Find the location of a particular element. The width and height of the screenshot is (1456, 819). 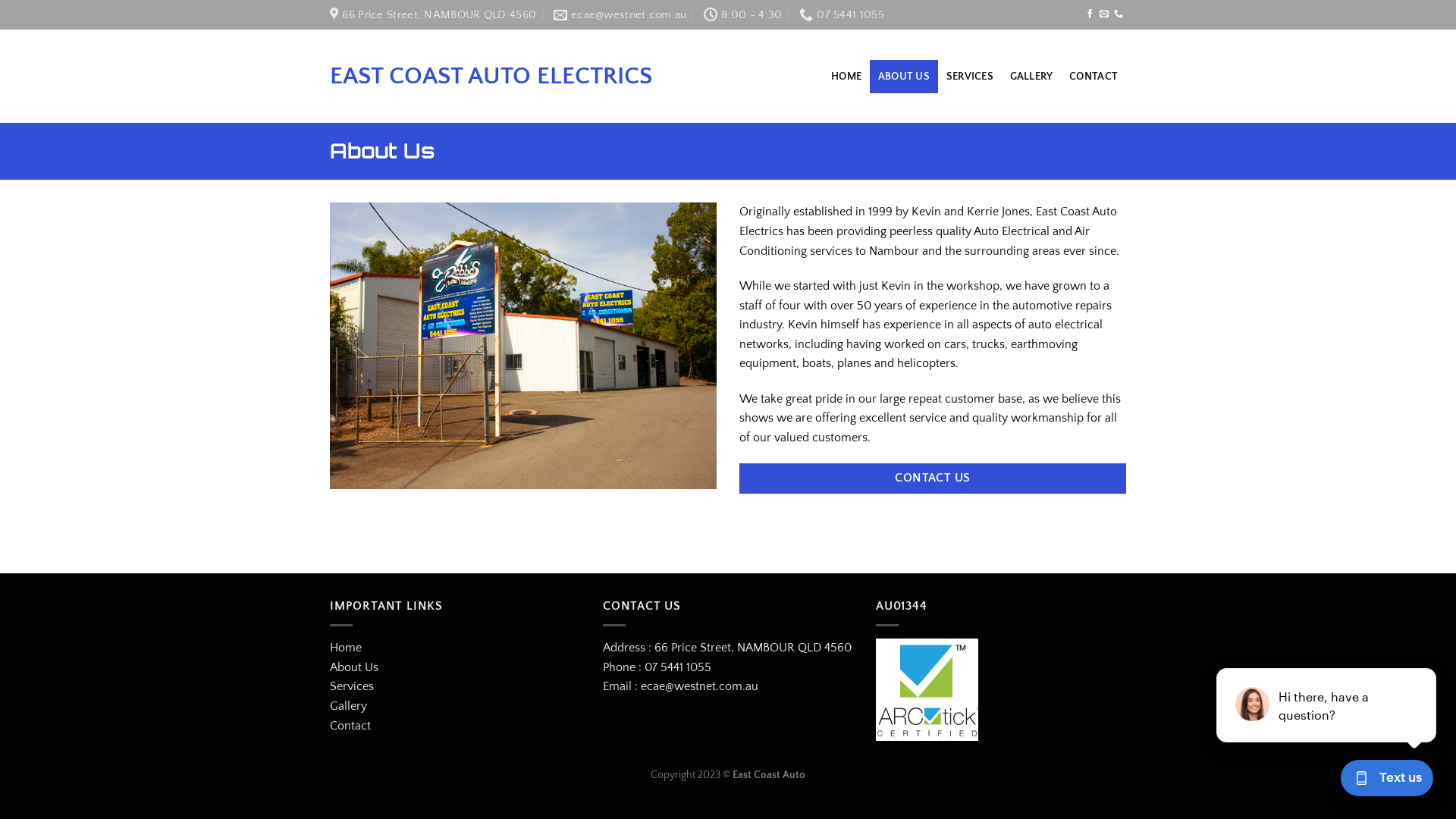

'SERVICES' is located at coordinates (968, 76).